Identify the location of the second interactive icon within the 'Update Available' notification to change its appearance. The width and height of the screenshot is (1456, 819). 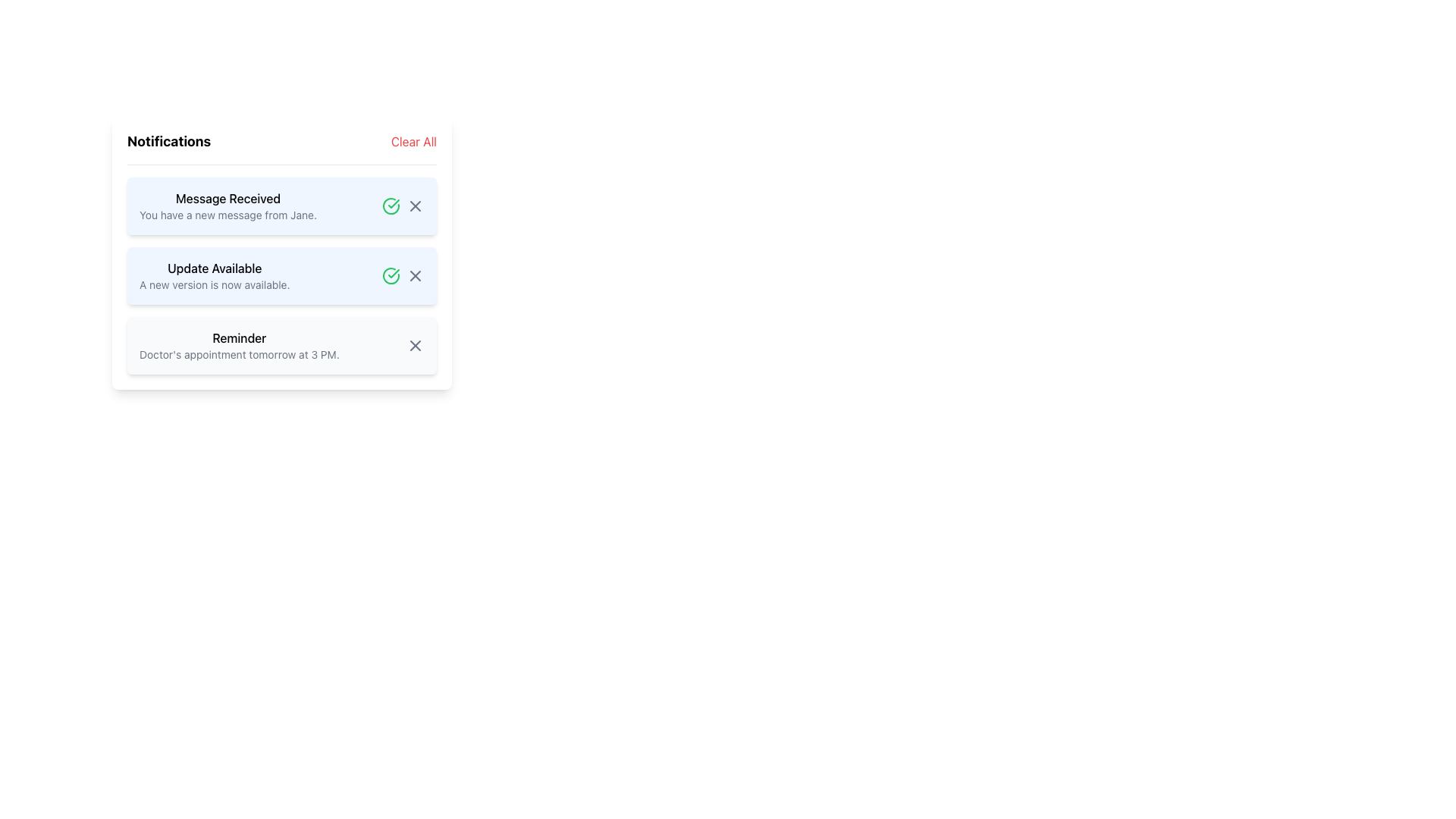
(415, 275).